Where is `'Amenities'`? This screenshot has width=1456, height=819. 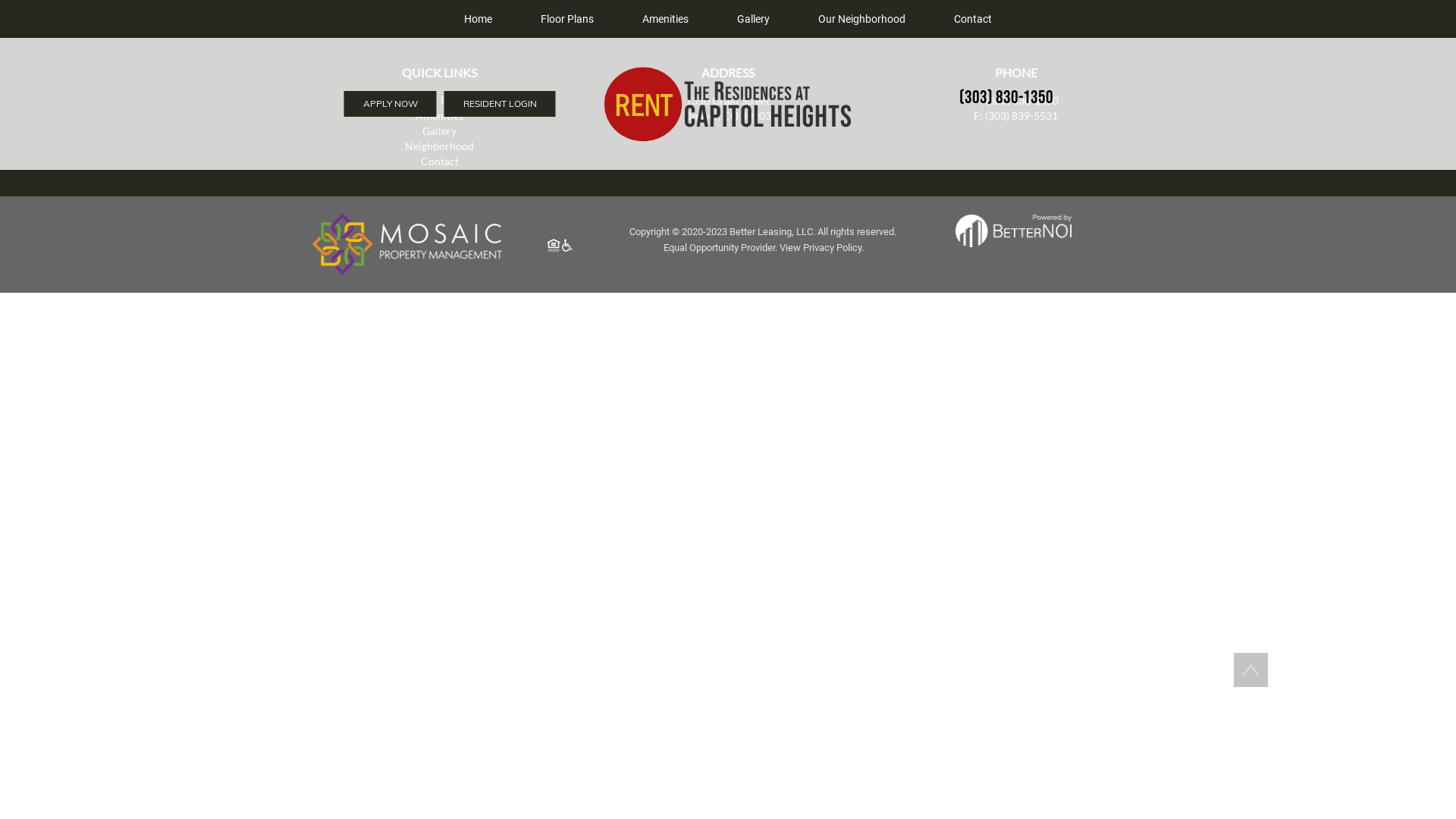
'Amenities' is located at coordinates (665, 18).